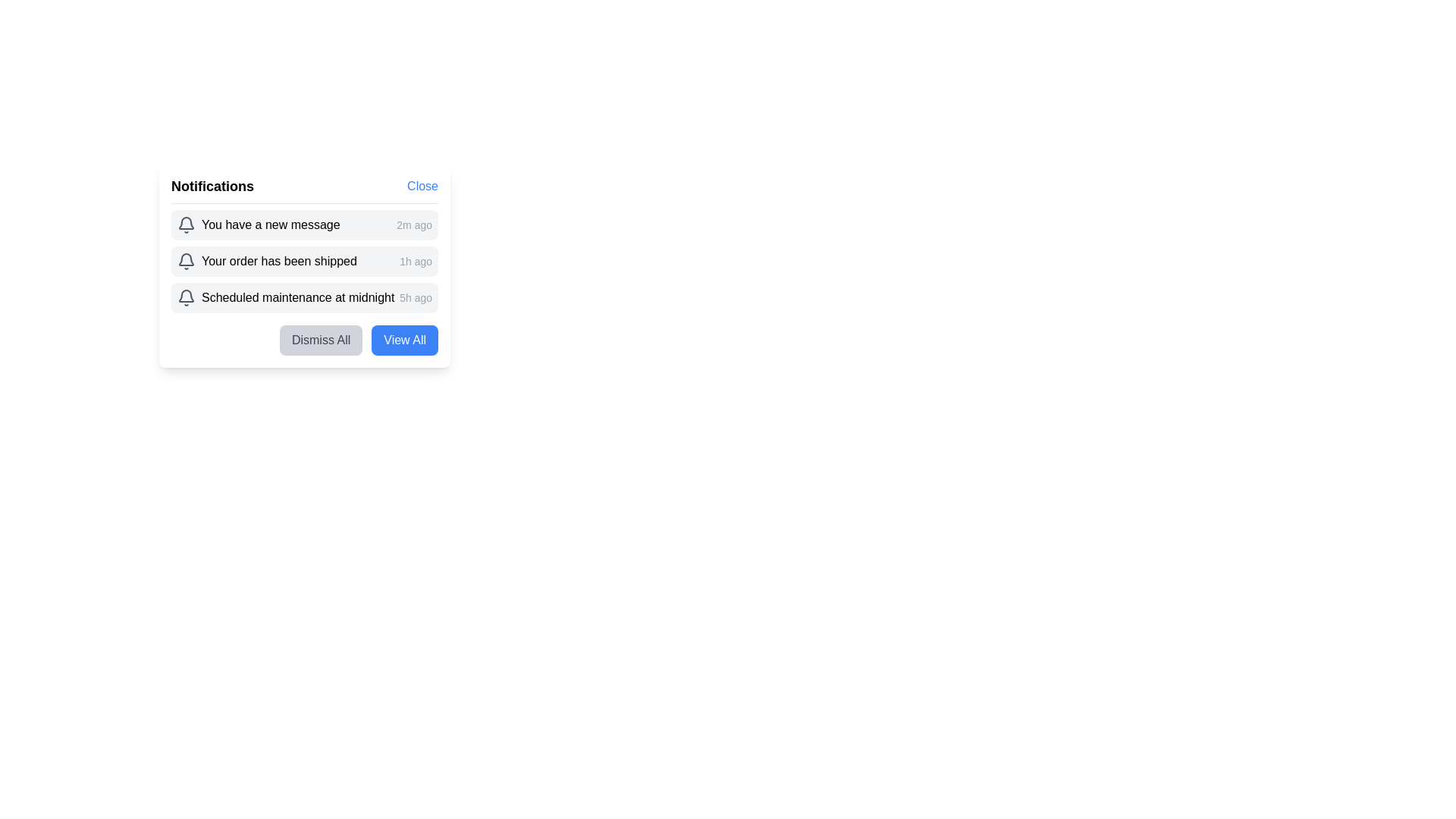 The height and width of the screenshot is (819, 1456). I want to click on a notification item in the Notifications panel, so click(304, 260).